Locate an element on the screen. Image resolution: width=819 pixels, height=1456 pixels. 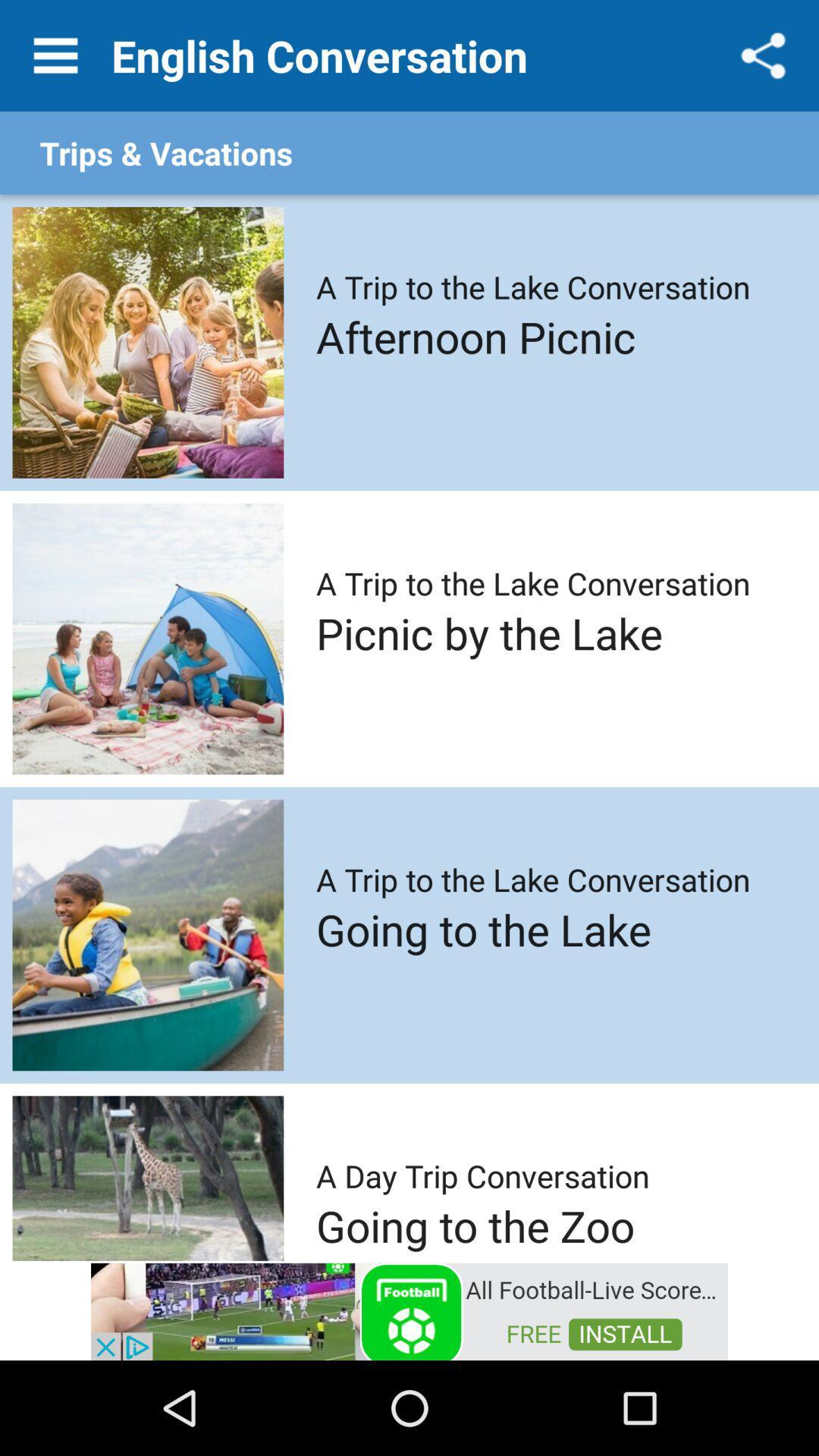
advertisement is located at coordinates (409, 1310).